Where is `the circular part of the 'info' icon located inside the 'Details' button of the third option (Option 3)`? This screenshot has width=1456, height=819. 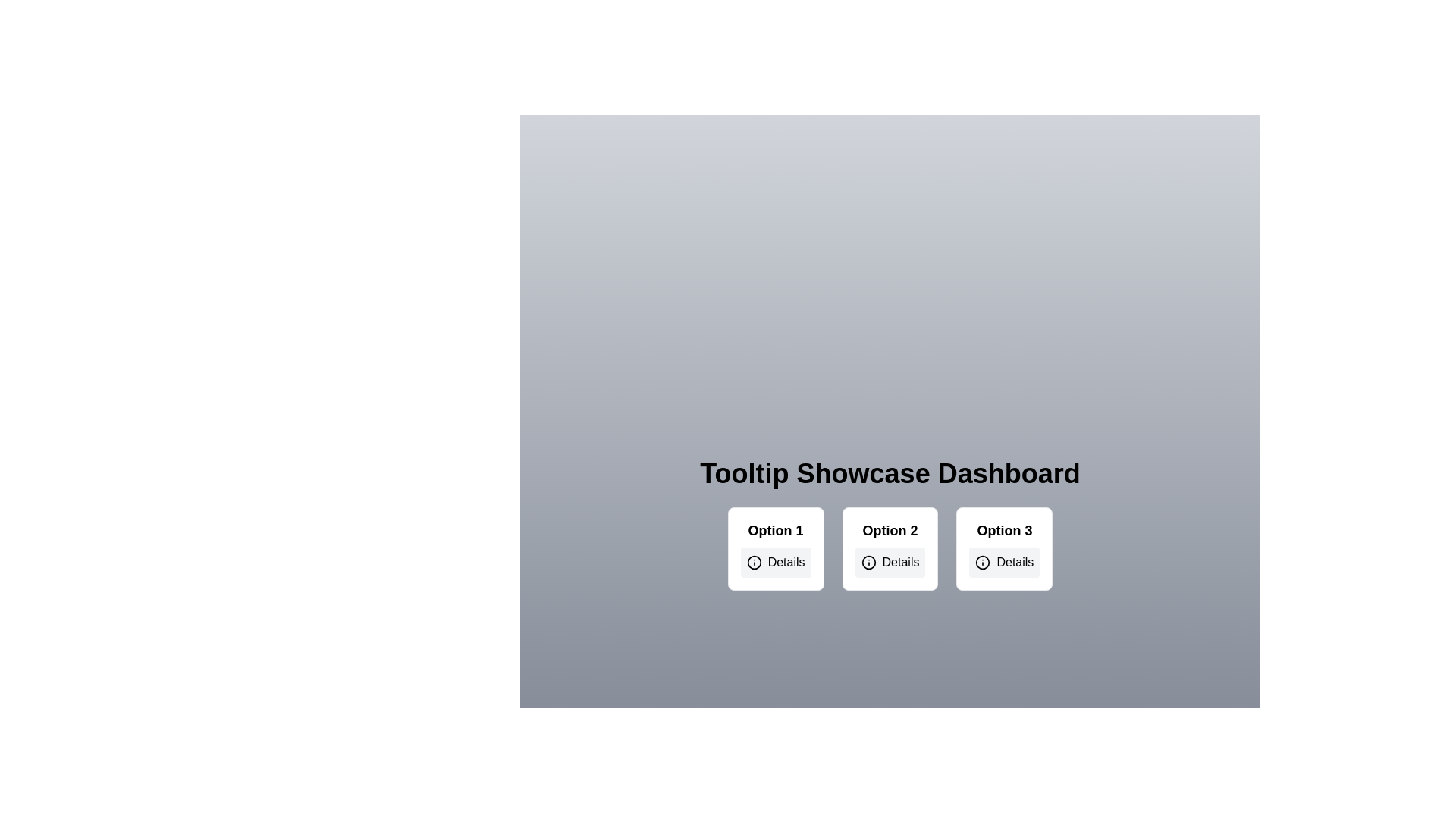 the circular part of the 'info' icon located inside the 'Details' button of the third option (Option 3) is located at coordinates (983, 562).